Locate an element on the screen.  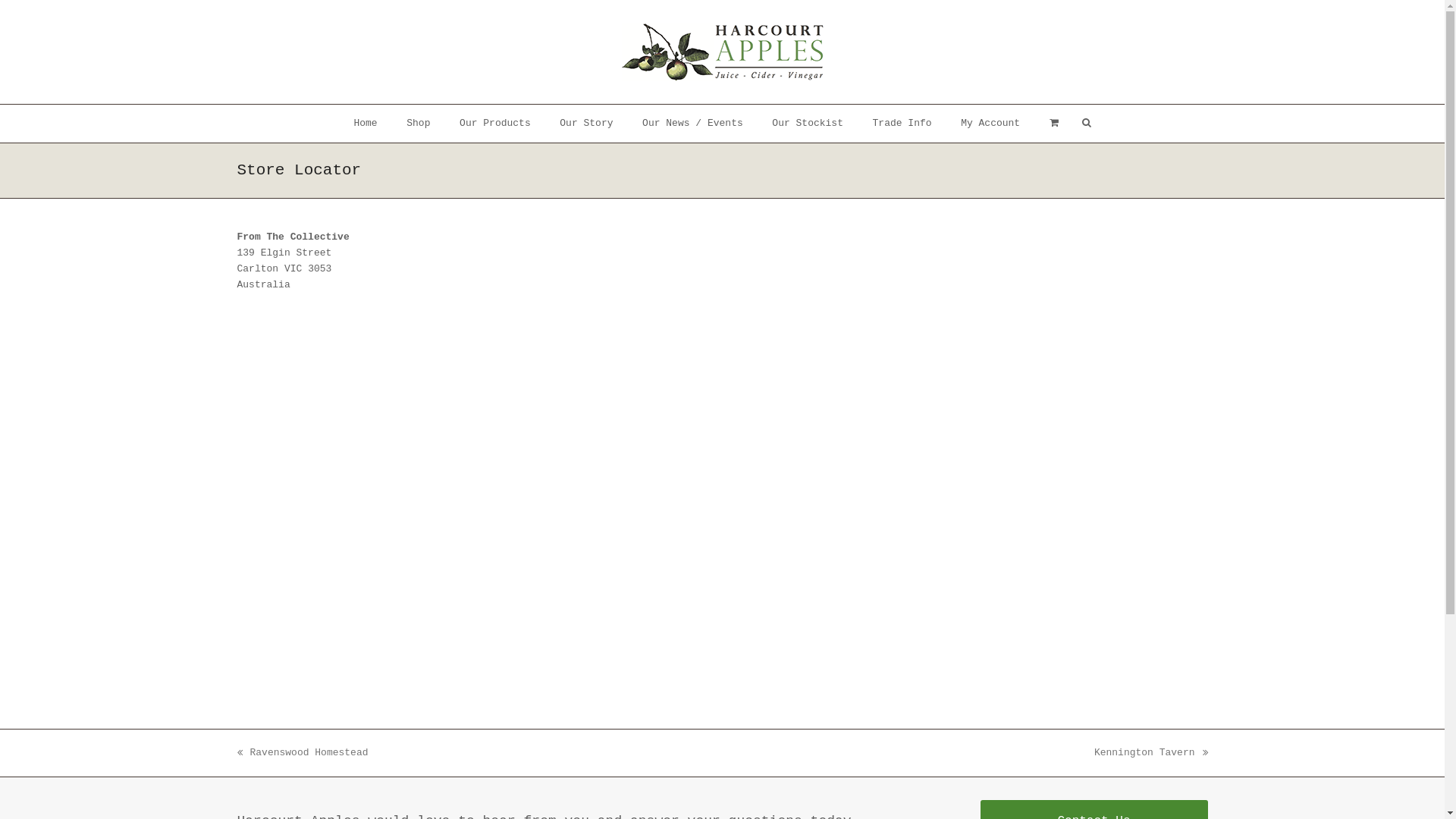
'My Account' is located at coordinates (990, 122).